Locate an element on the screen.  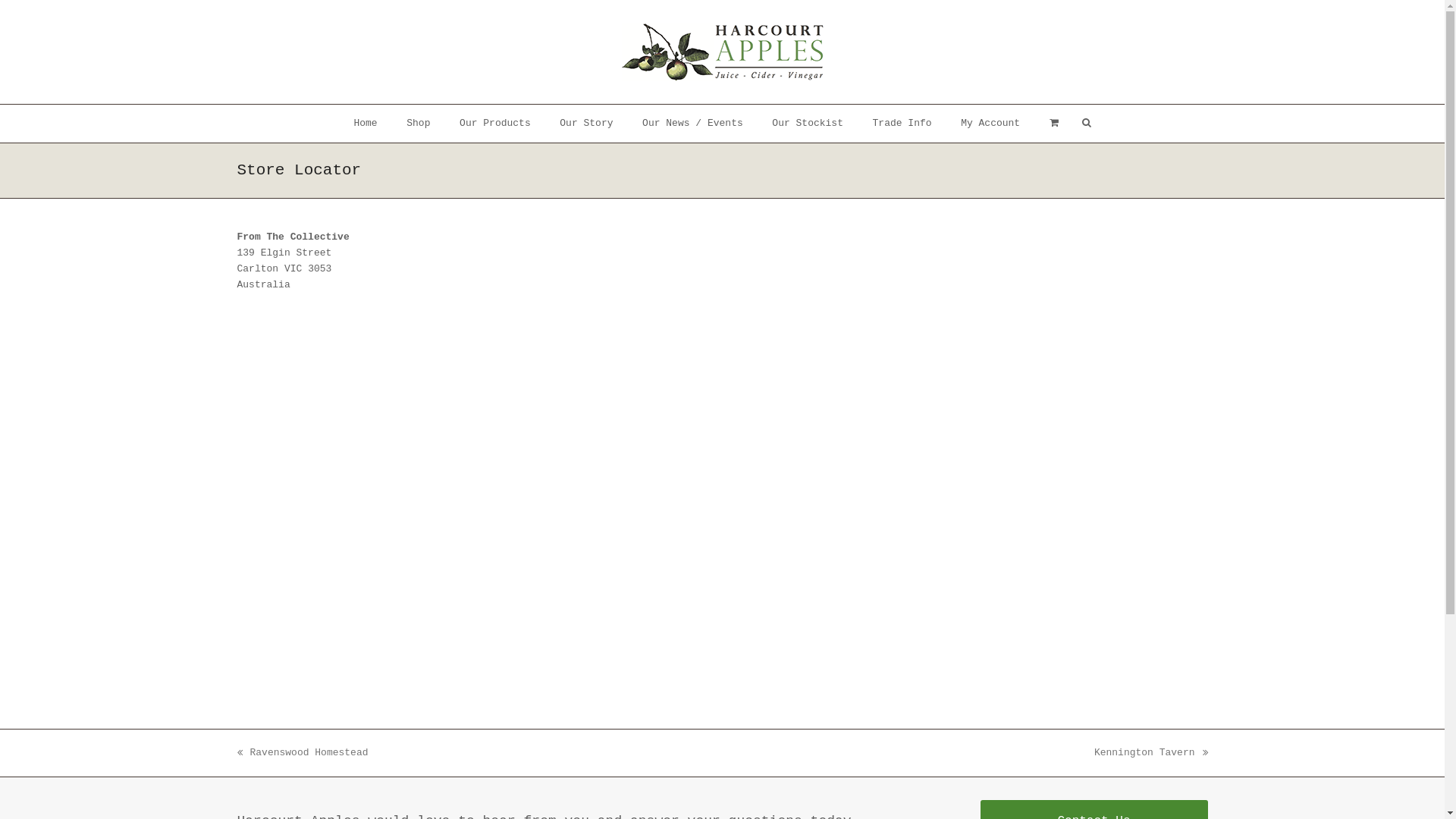
'My Account' is located at coordinates (990, 122).